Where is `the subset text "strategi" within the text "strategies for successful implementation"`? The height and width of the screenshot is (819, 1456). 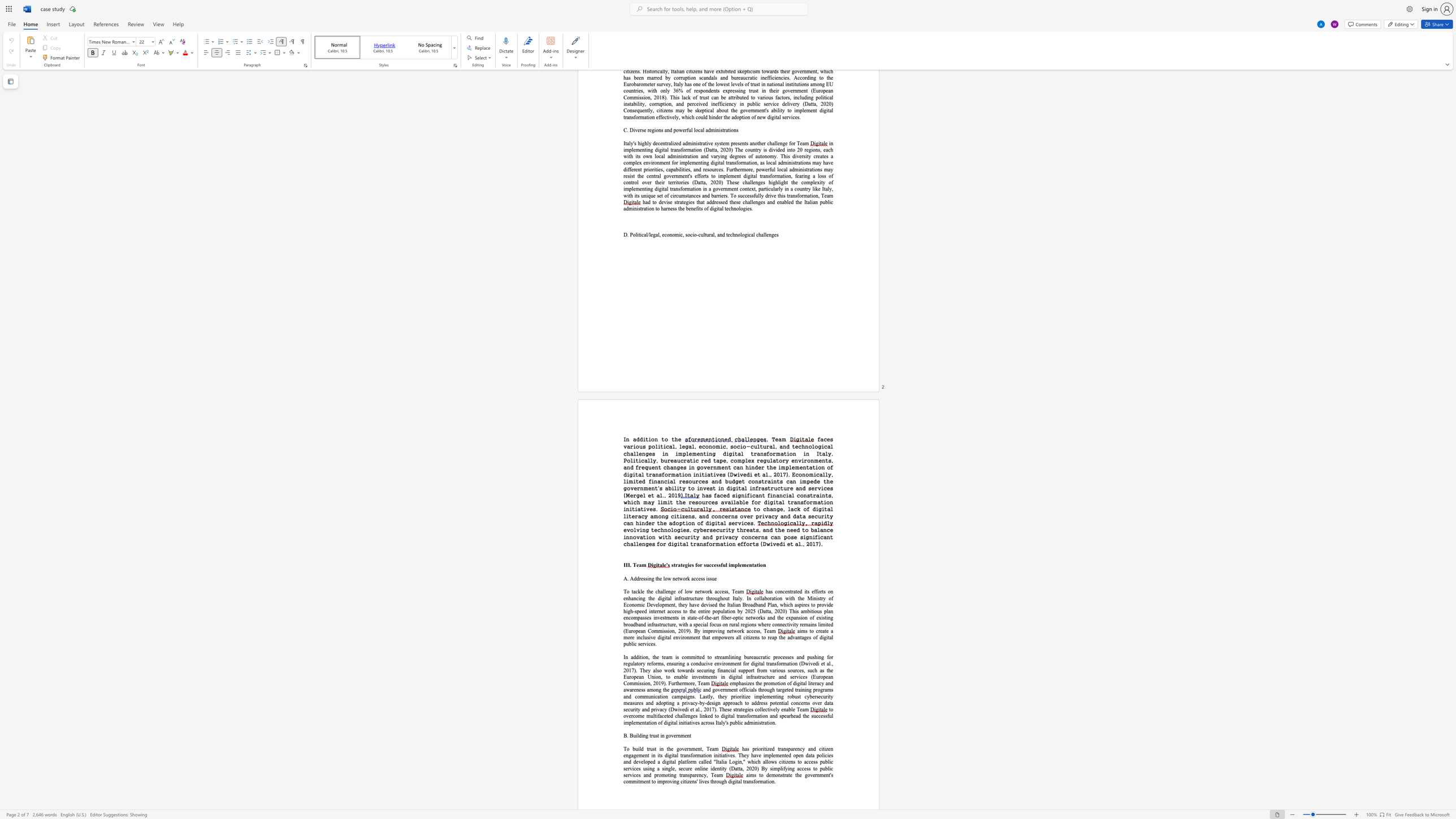 the subset text "strategi" within the text "strategies for successful implementation" is located at coordinates (671, 564).